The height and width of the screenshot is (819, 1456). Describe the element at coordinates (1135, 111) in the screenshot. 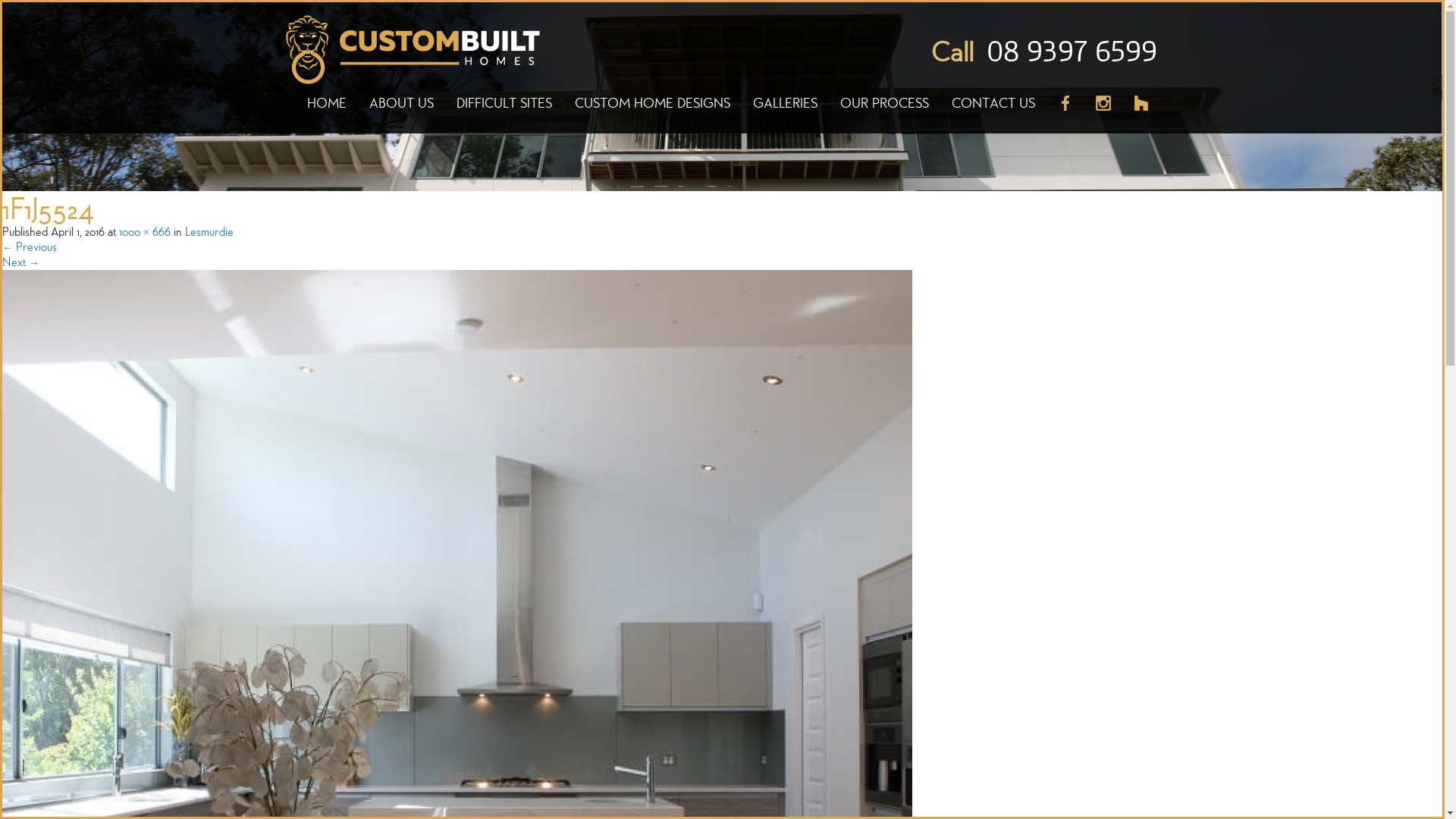

I see `'<span class="icon-ho"></span>'` at that location.